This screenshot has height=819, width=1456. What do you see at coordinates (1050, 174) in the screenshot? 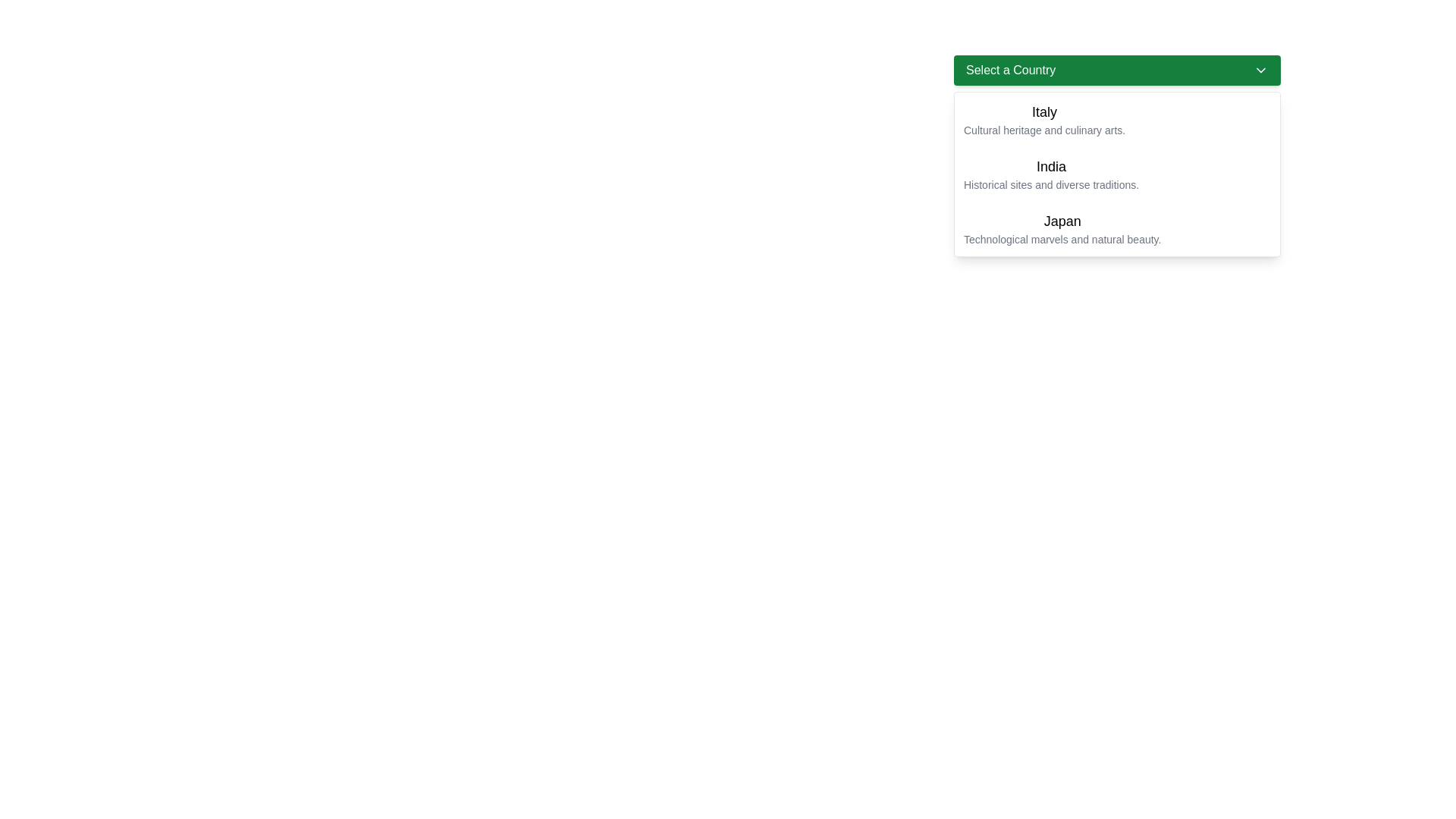
I see `the dropdown menu option displaying 'India' with a description of 'Historical sites and diverse traditions'` at bounding box center [1050, 174].